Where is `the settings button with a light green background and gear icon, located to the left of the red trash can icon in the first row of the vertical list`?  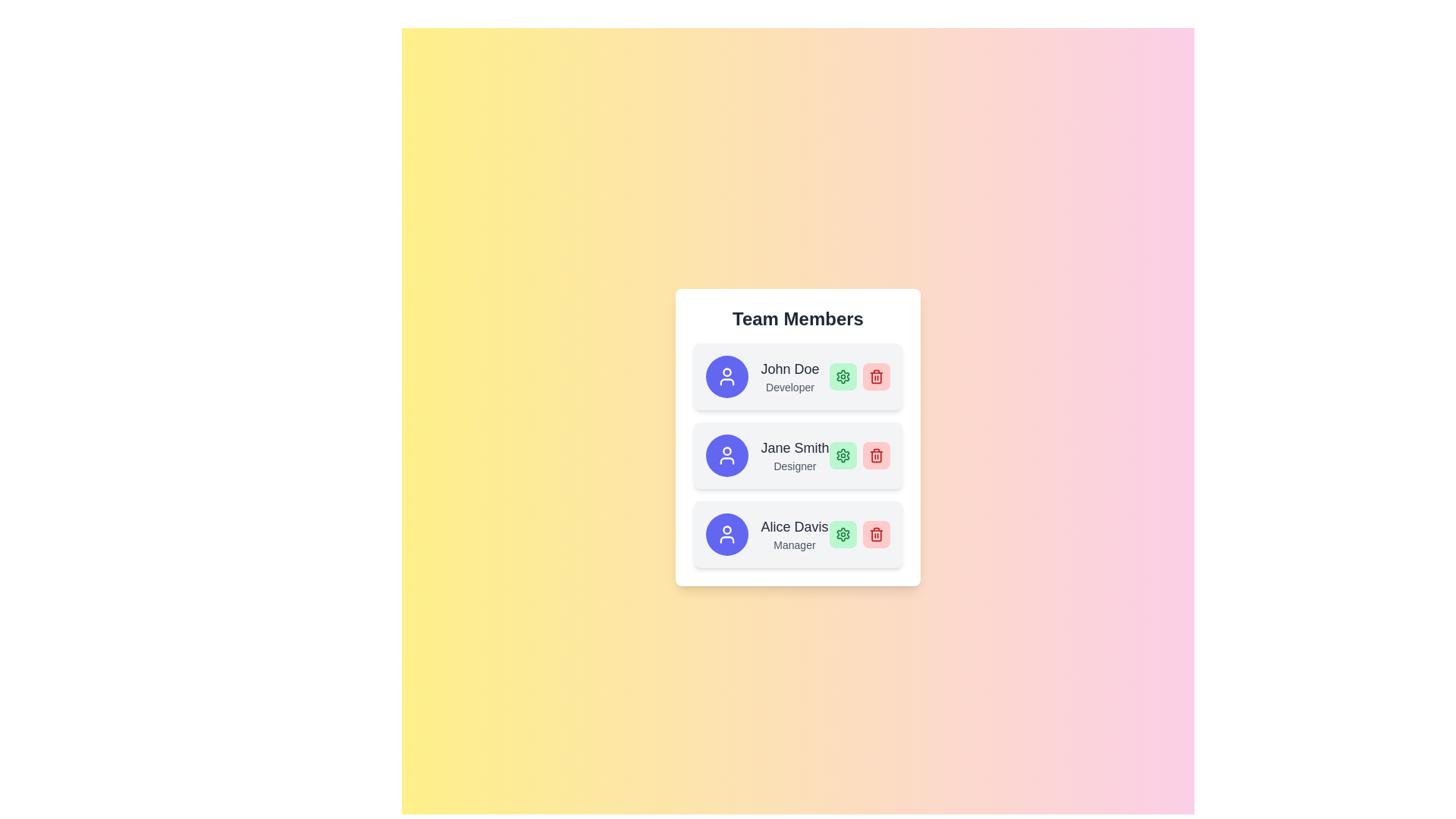
the settings button with a light green background and gear icon, located to the left of the red trash can icon in the first row of the vertical list is located at coordinates (842, 376).